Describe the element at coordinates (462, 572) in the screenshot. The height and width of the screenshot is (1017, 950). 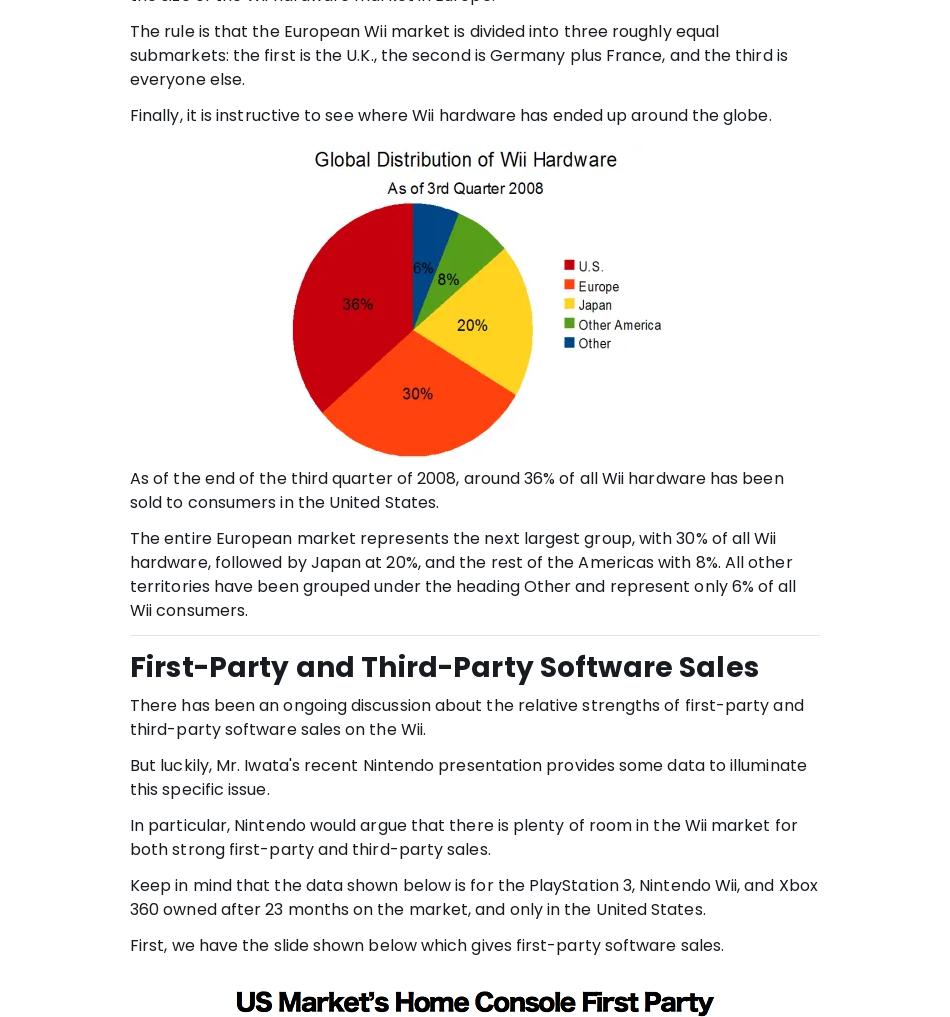
I see `'The
entire European market represents the next largest group, with 30% of
all Wii hardware, followed by Japan at 20%, and the rest of the
Americas with 8%. All other territories have been grouped under the
heading Other and represent only 6% of all Wii consumers.'` at that location.